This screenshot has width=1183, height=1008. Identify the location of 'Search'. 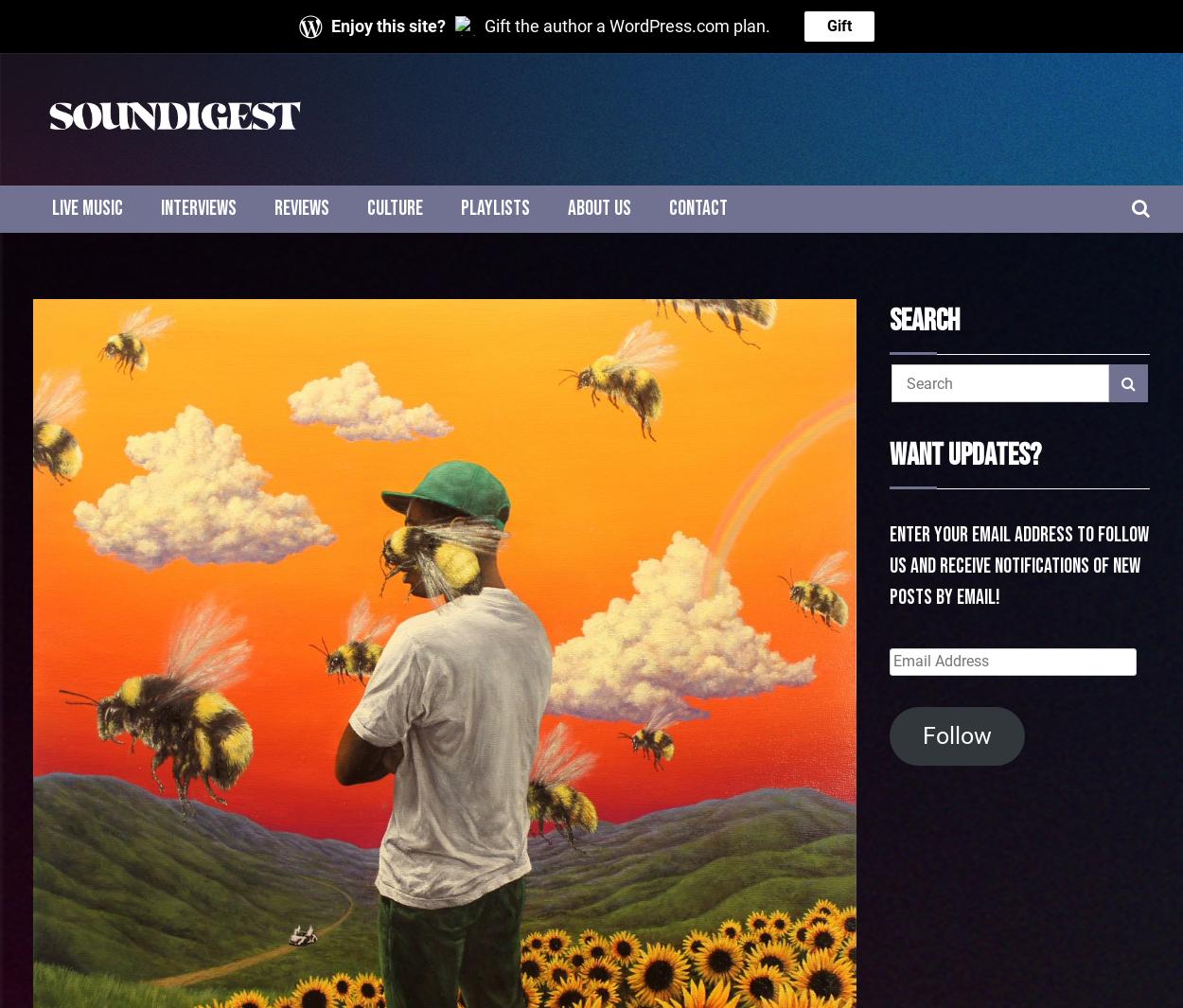
(889, 320).